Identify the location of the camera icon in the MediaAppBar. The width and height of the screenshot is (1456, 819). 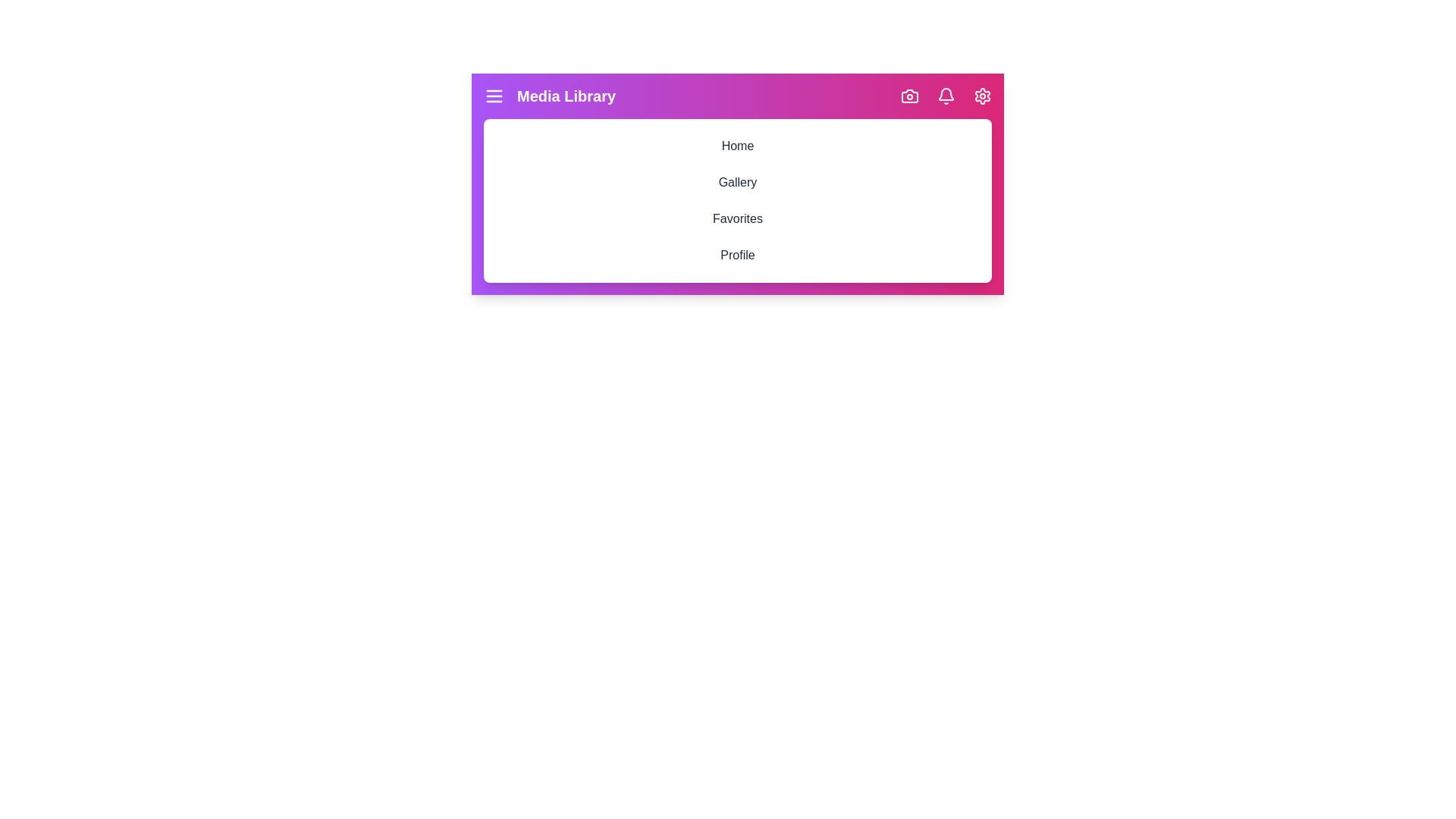
(910, 96).